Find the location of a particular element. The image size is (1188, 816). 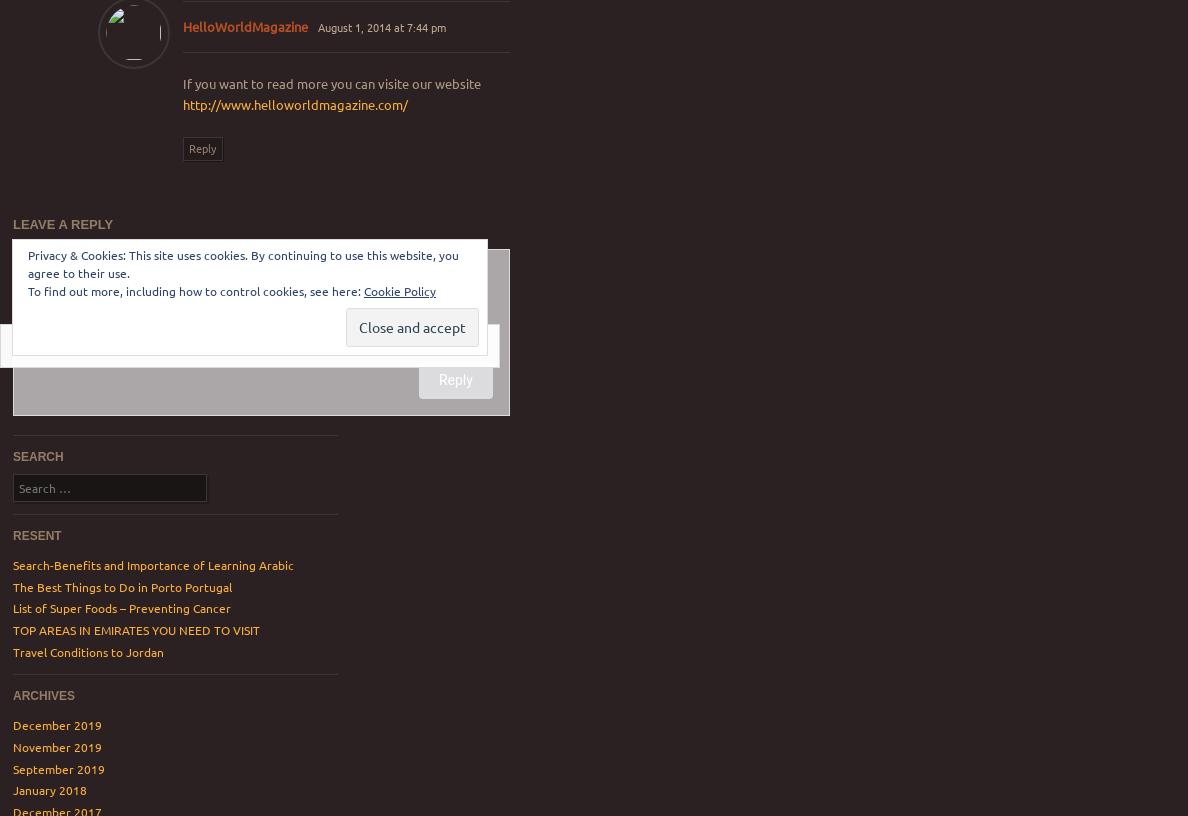

'Leave a Reply' is located at coordinates (62, 222).